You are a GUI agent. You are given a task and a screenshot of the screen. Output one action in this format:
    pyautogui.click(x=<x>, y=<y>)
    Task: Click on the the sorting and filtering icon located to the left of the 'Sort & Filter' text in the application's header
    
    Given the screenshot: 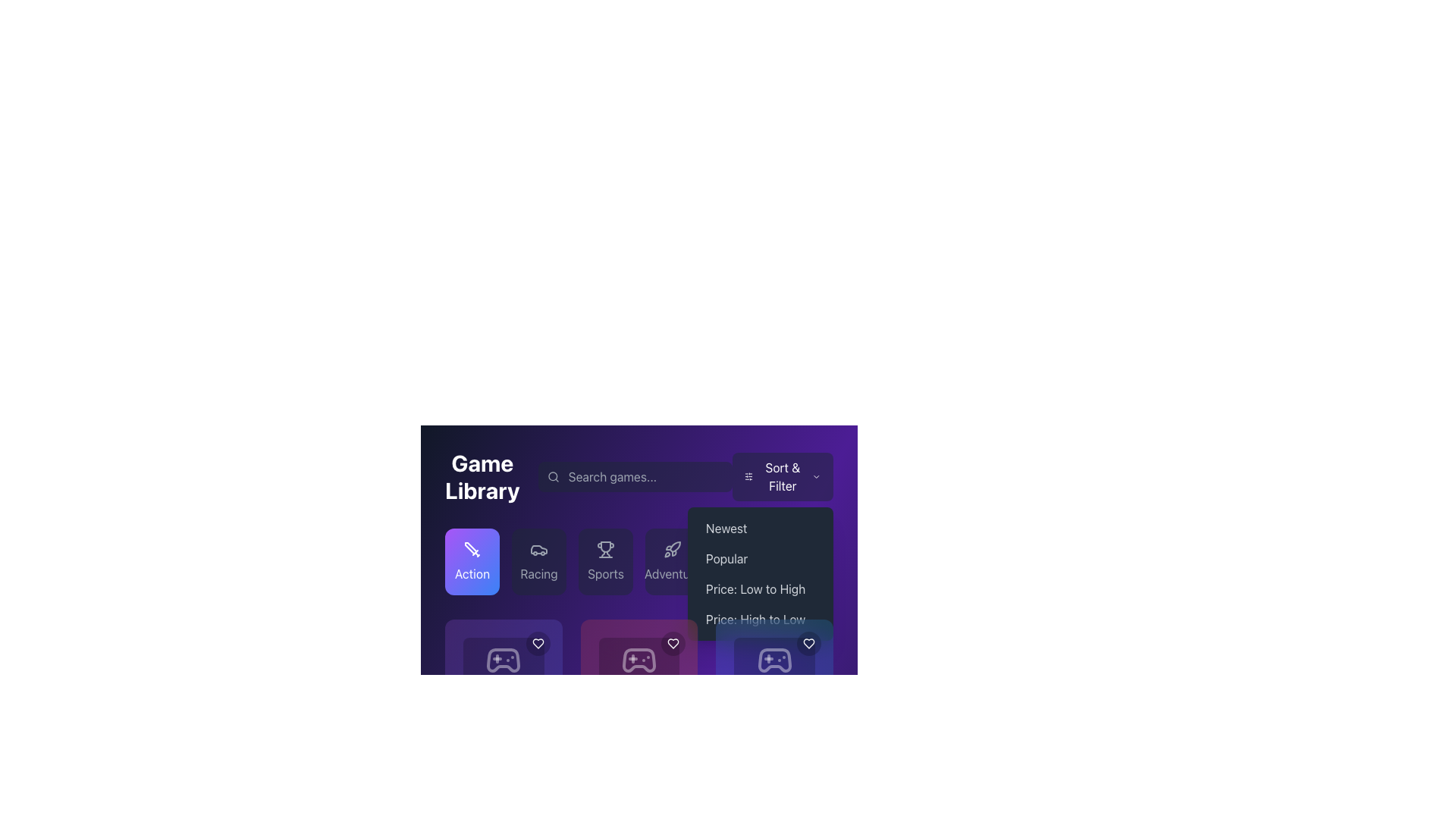 What is the action you would take?
    pyautogui.click(x=748, y=475)
    